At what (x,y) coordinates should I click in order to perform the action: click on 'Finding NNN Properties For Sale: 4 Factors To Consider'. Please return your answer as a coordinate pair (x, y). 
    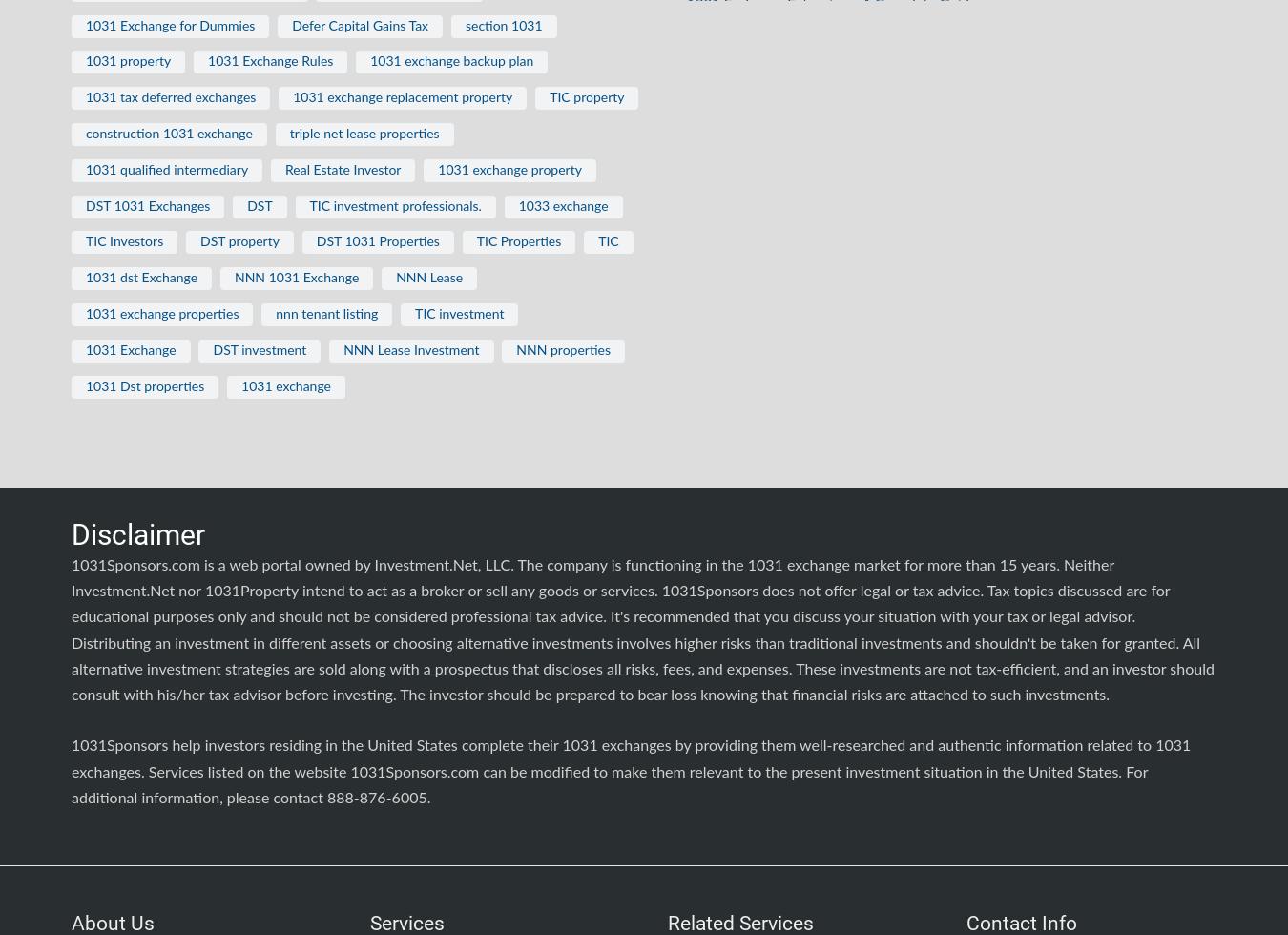
    Looking at the image, I should click on (685, 57).